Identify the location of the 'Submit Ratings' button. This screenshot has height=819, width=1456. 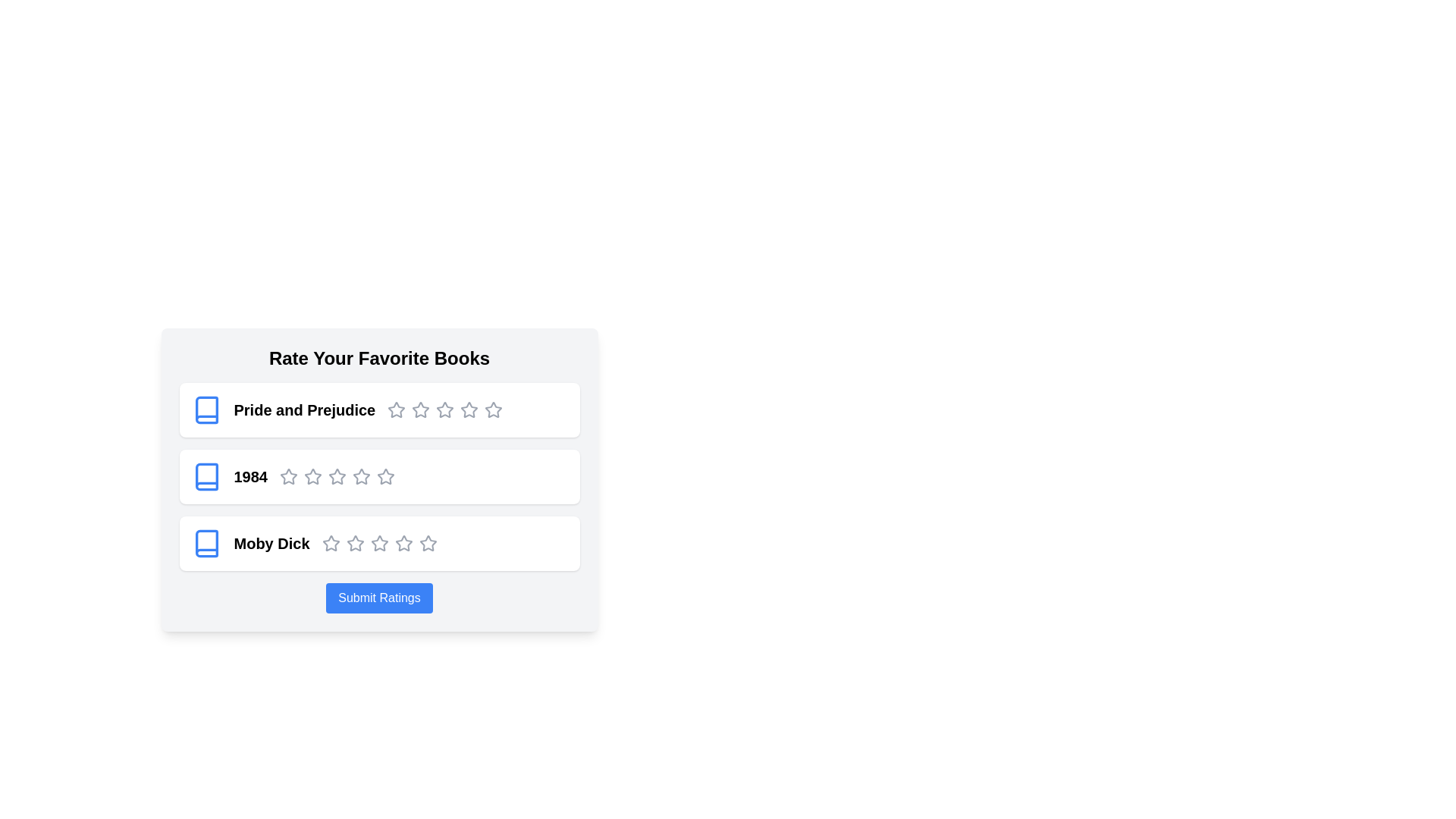
(379, 598).